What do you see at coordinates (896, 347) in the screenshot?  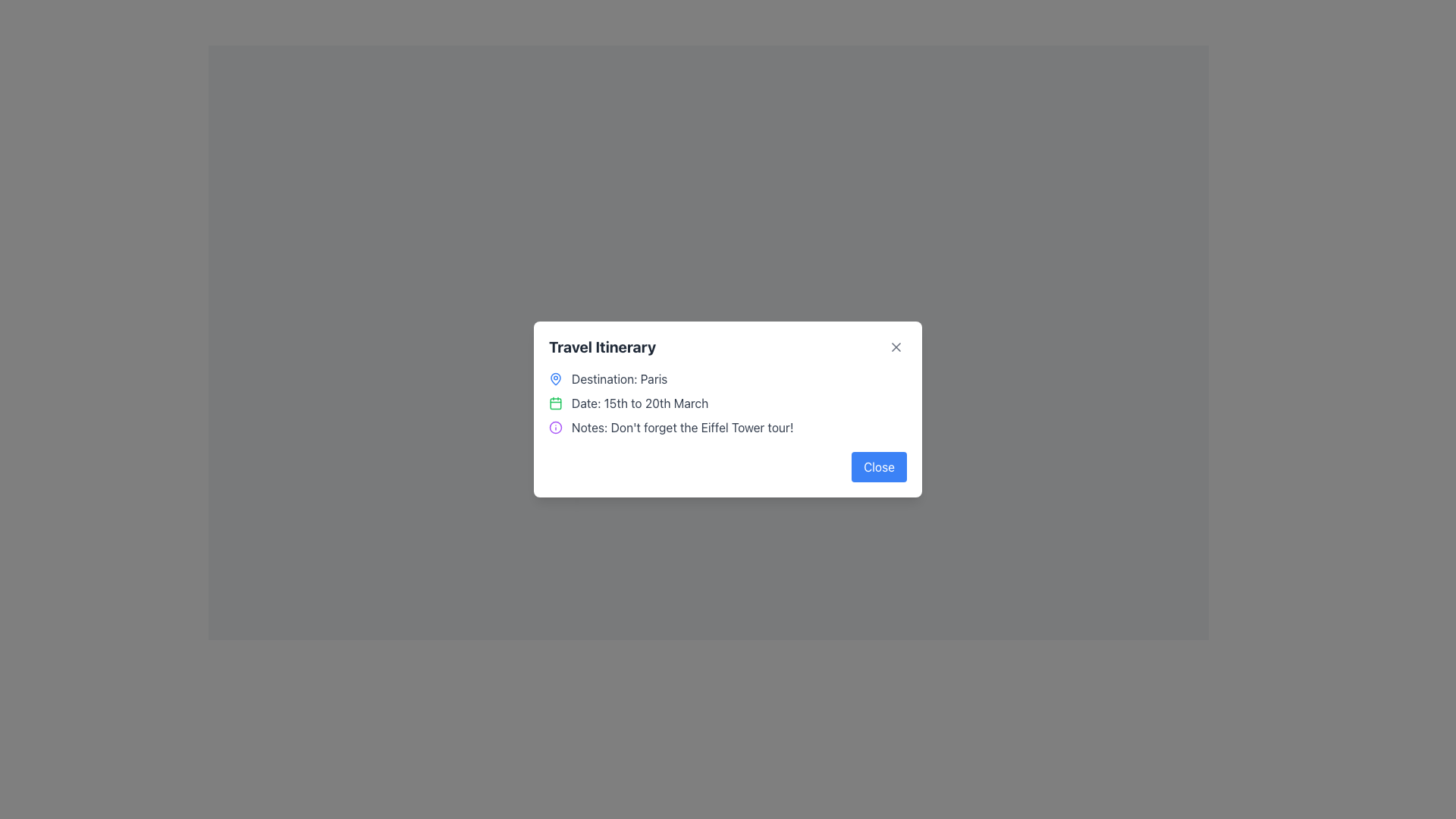 I see `the close icon in the top-right corner of the 'Travel Itinerary' dialog box` at bounding box center [896, 347].